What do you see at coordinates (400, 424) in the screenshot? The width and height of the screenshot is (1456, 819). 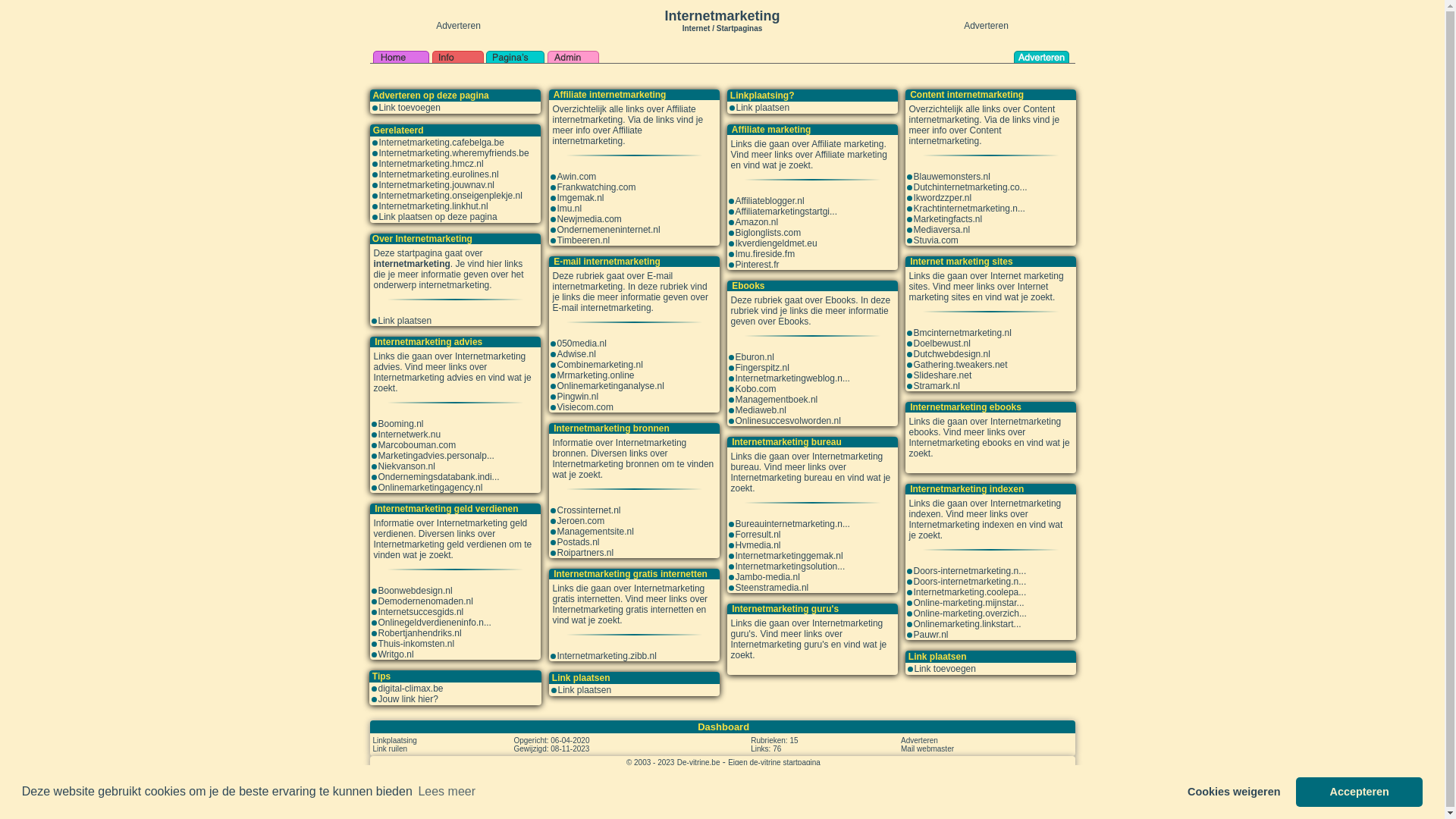 I see `'Booming.nl'` at bounding box center [400, 424].